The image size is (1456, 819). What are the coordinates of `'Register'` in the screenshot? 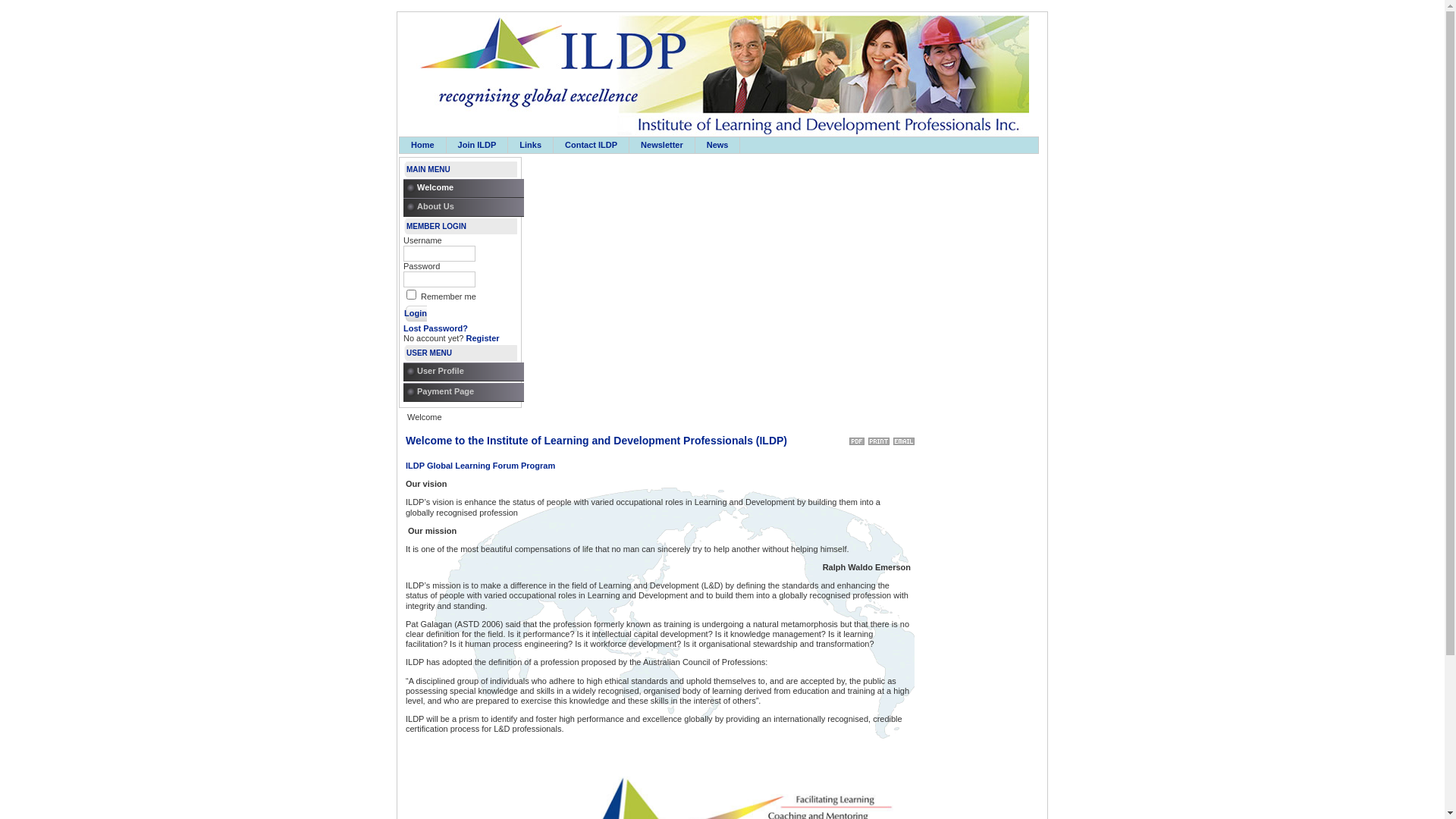 It's located at (482, 337).